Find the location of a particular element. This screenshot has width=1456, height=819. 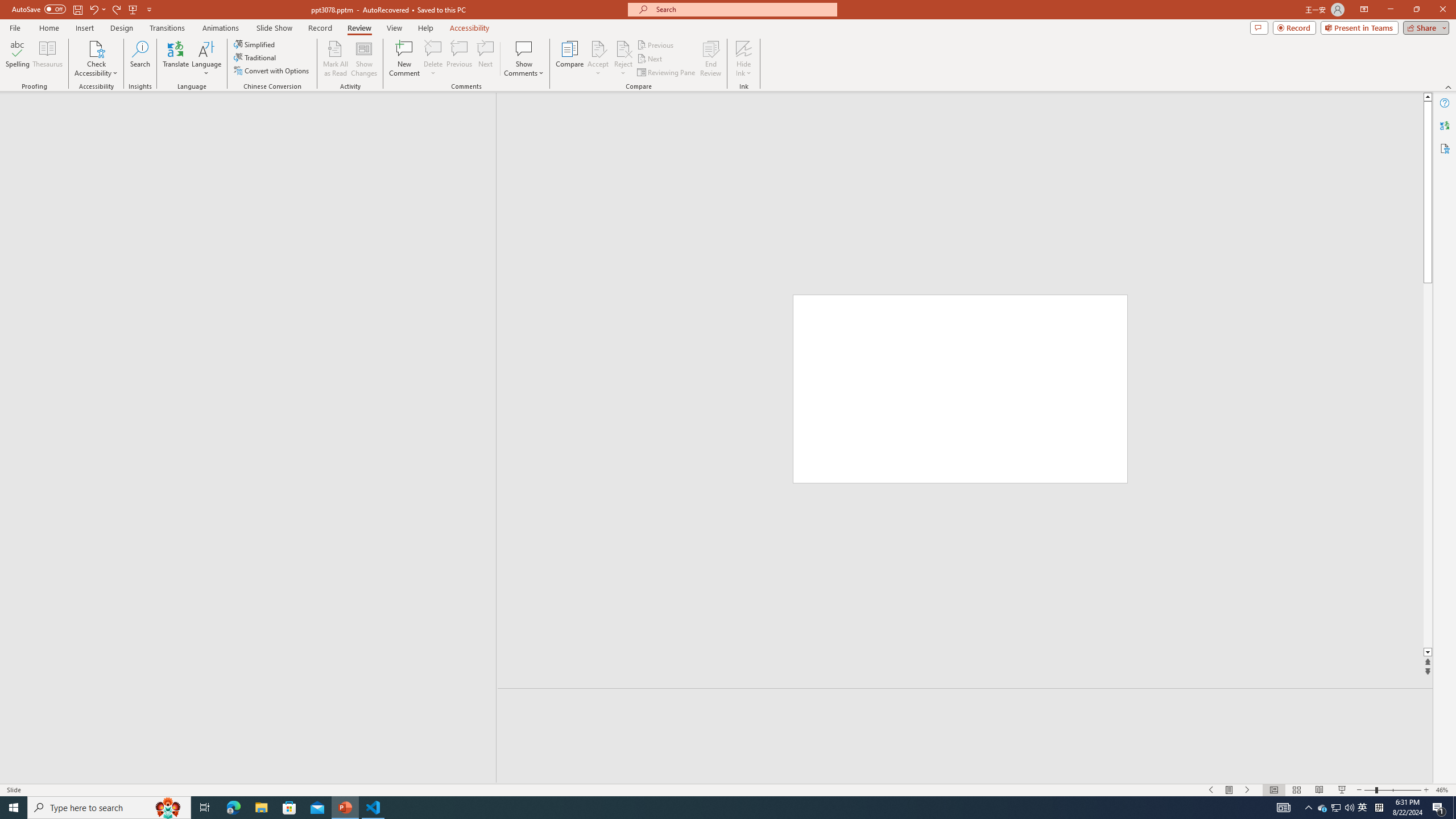

'Thesaurus...' is located at coordinates (47, 59).